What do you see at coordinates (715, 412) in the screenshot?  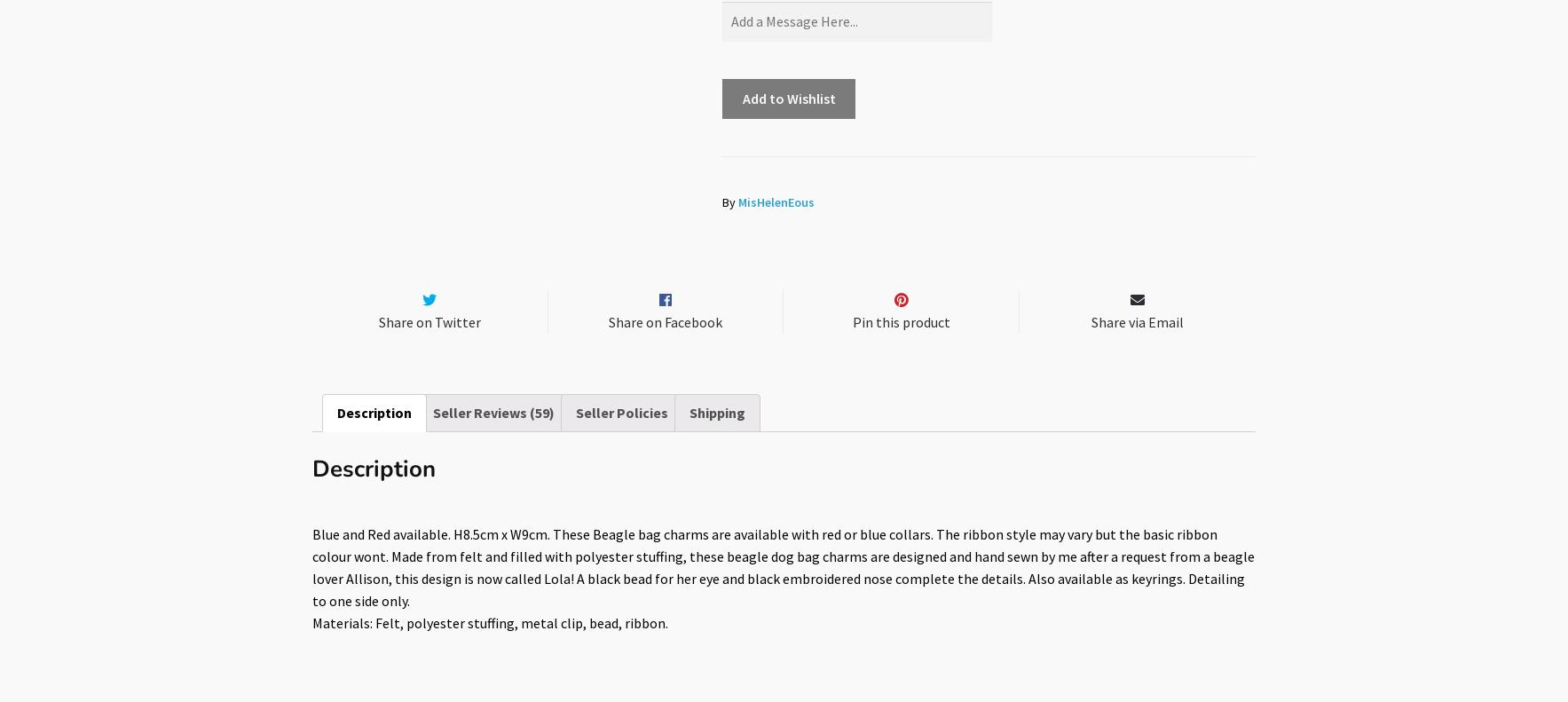 I see `'Shipping'` at bounding box center [715, 412].